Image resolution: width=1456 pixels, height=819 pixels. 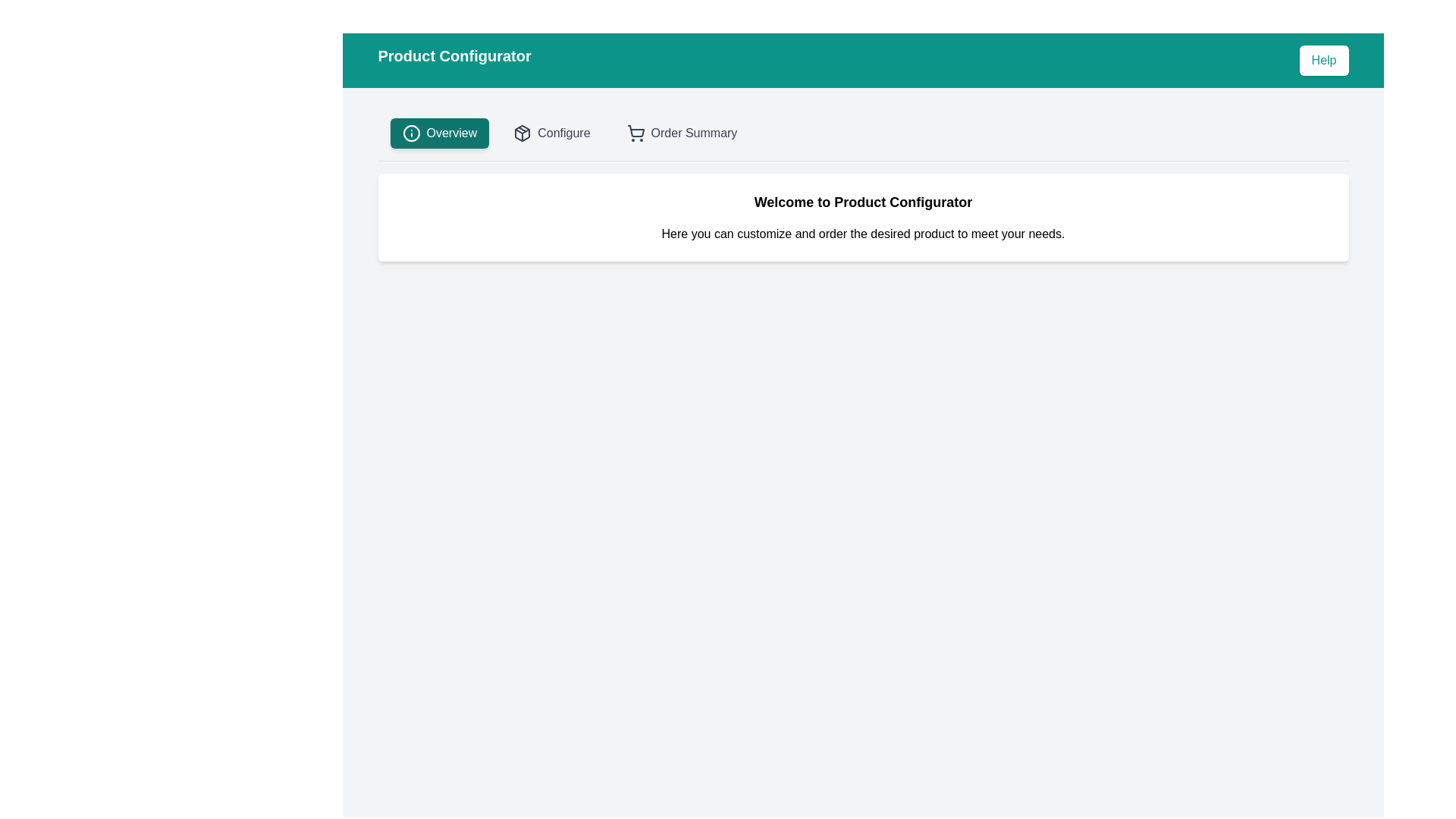 I want to click on the SVG Circle element that is part of the 'Overview' button in the header section of the interface, so click(x=411, y=133).